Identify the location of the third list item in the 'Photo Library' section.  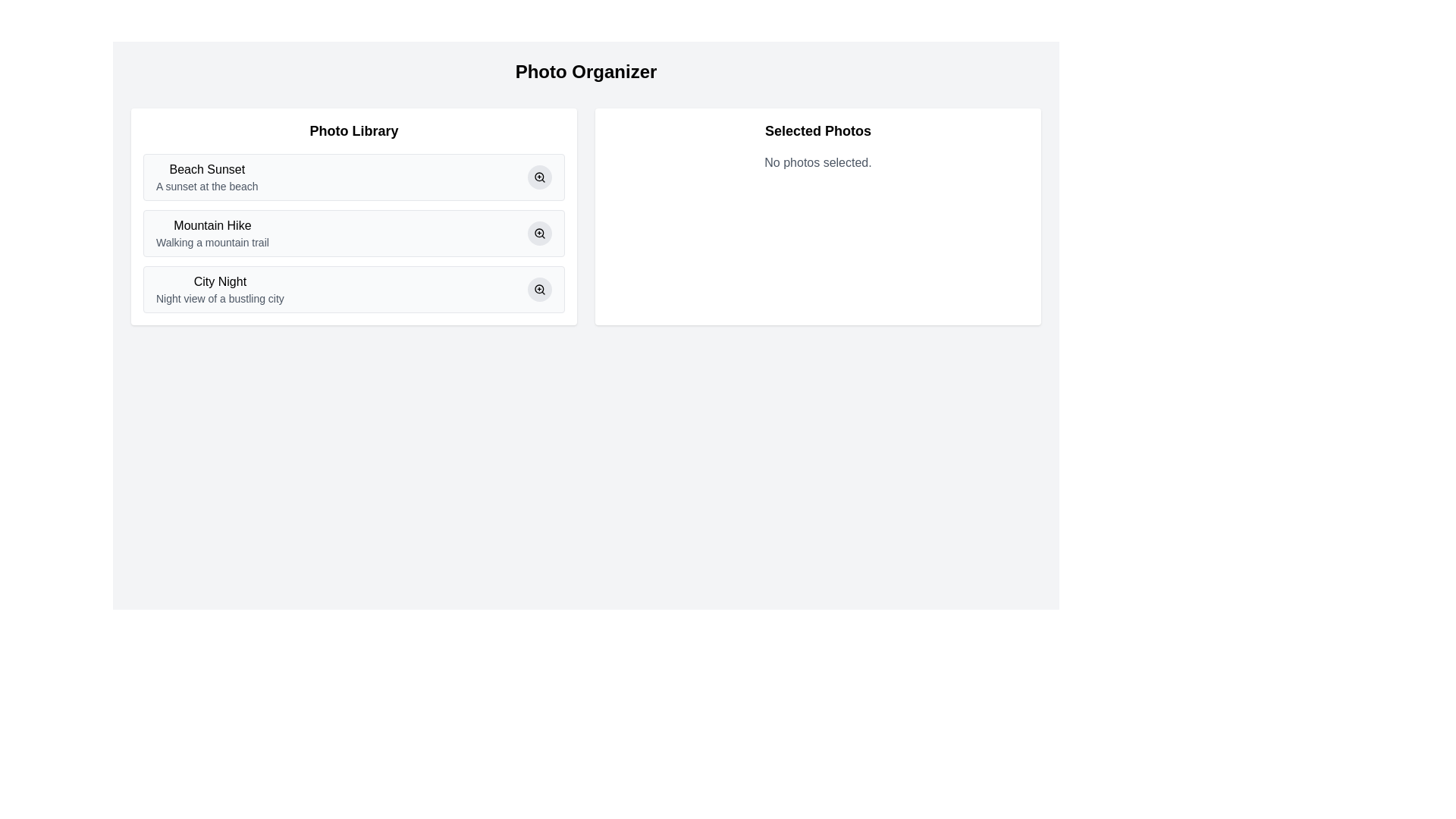
(218, 289).